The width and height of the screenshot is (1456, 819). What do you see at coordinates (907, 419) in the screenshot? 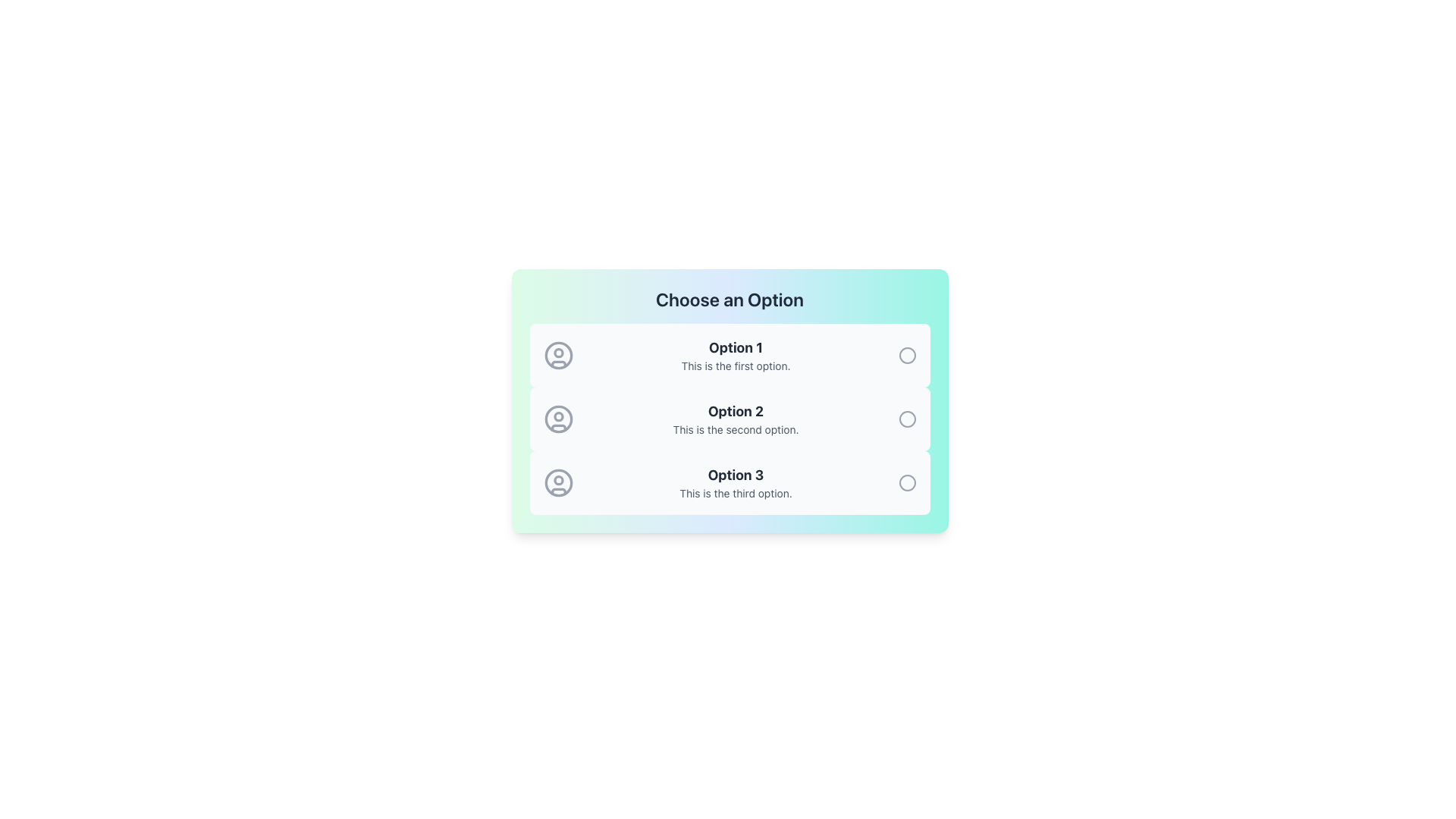
I see `the circular gray icon that appears as the central circle in the second position of a vertical list of three similar icons, located to the right of the 'Option 2' text` at bounding box center [907, 419].